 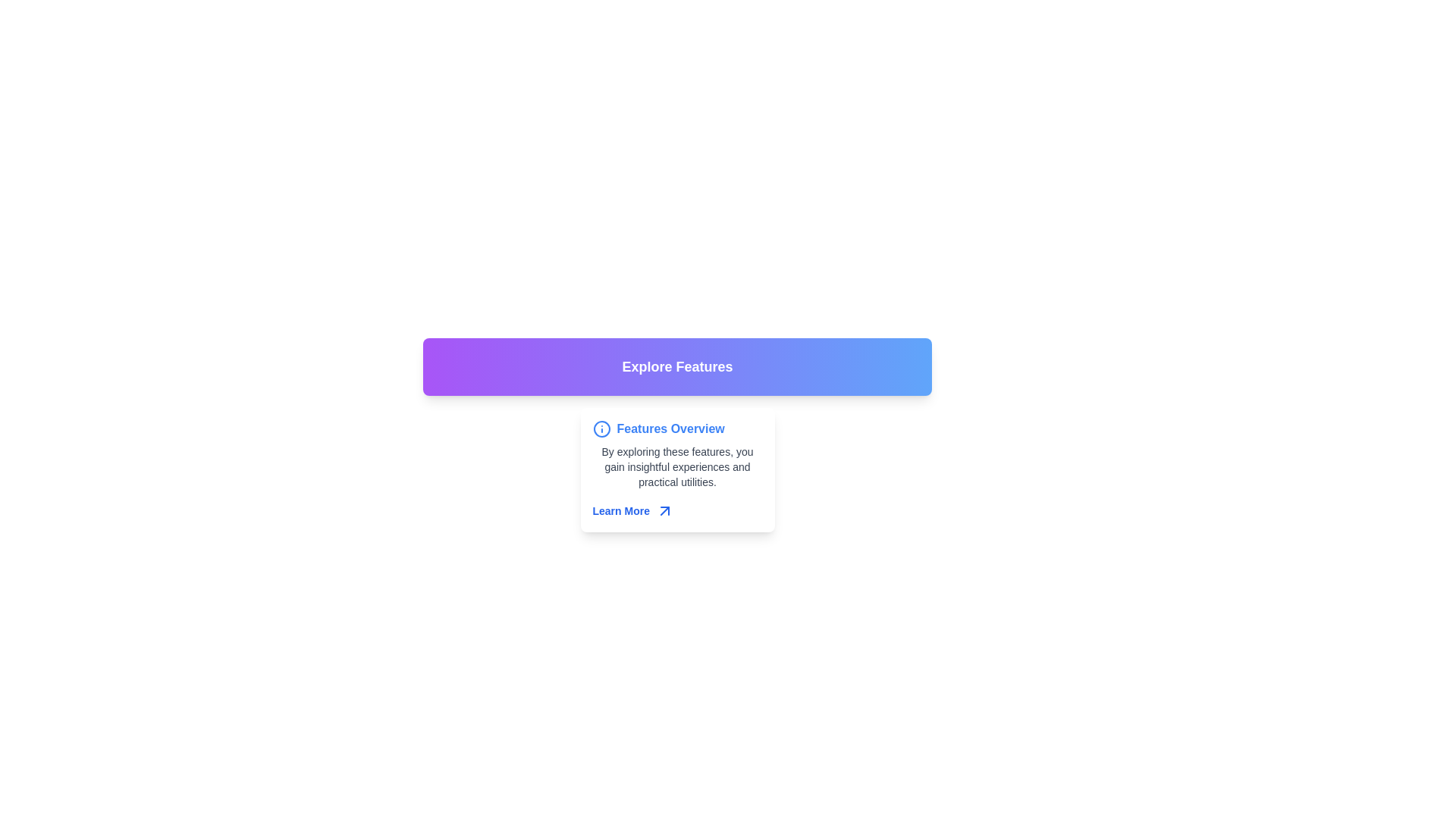 What do you see at coordinates (676, 466) in the screenshot?
I see `the descriptive Text component in the 'Features Overview' section, located below the main heading and above the 'Learn More' link` at bounding box center [676, 466].